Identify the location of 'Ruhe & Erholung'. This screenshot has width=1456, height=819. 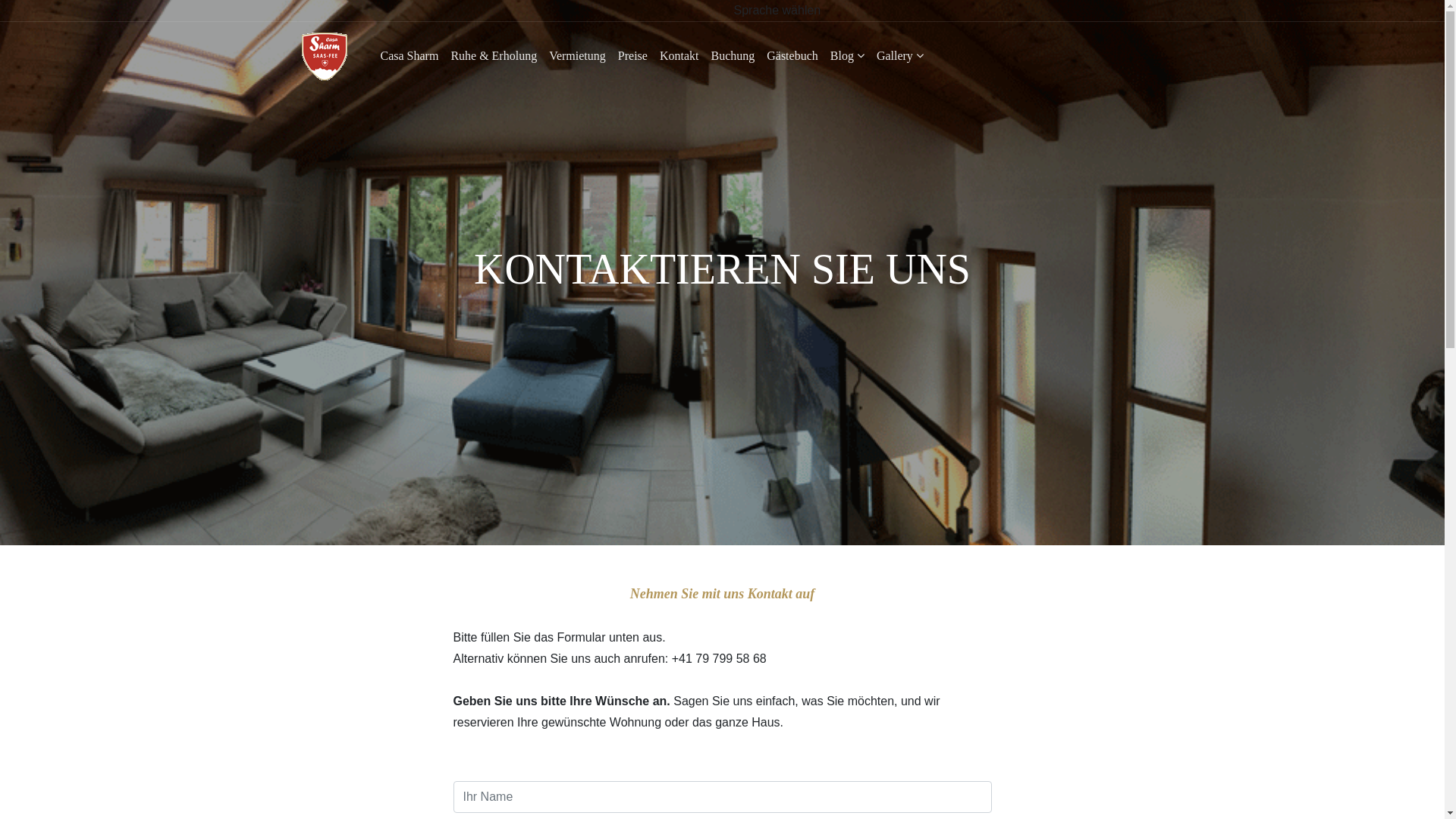
(494, 55).